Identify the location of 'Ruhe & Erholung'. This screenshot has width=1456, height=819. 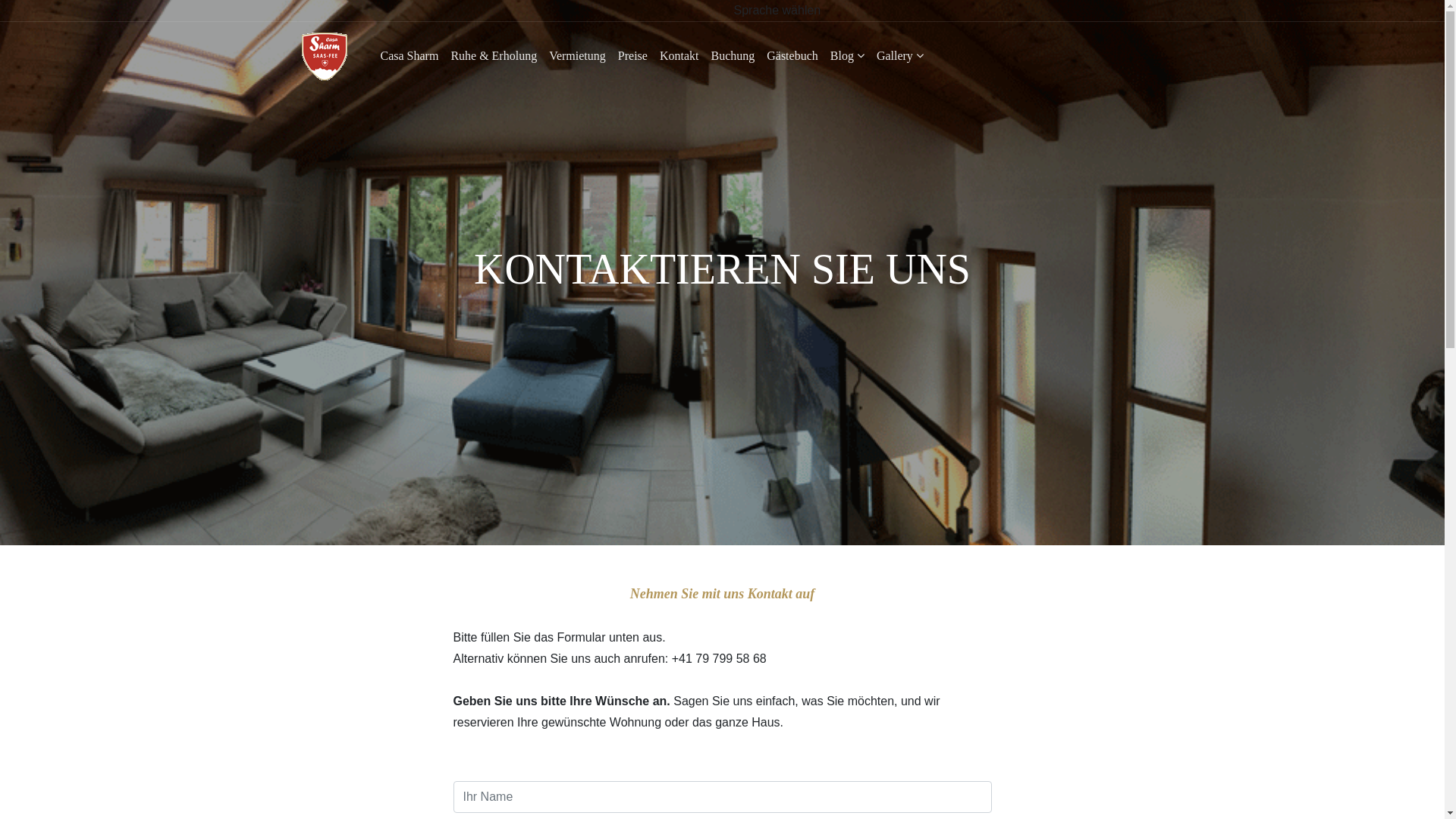
(494, 55).